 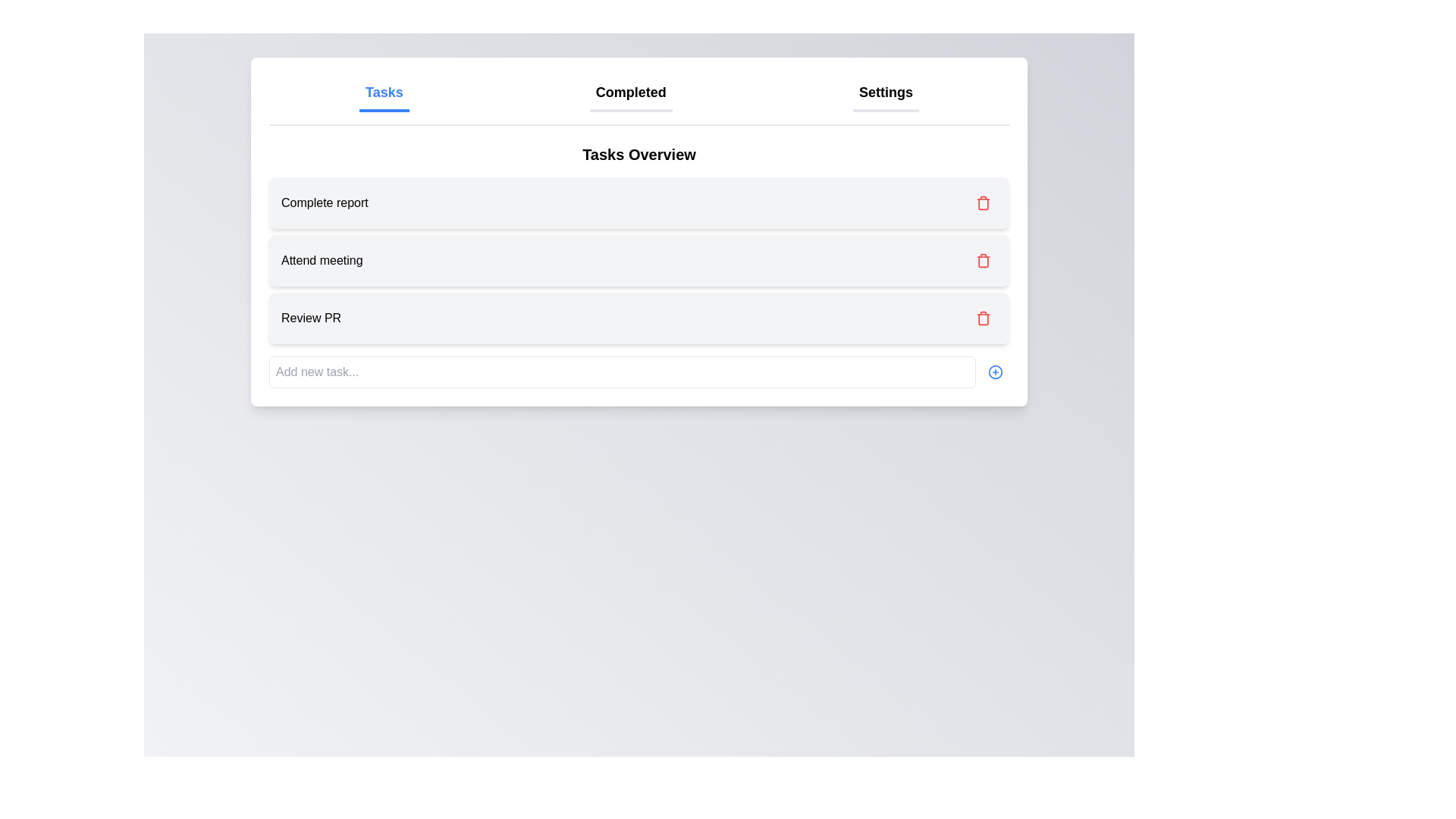 I want to click on the circular button with a blue outline and a '+' symbol located at the far-right edge of the input field labeled 'Add new task...' in the 'Tasks Overview' panel, so click(x=996, y=372).